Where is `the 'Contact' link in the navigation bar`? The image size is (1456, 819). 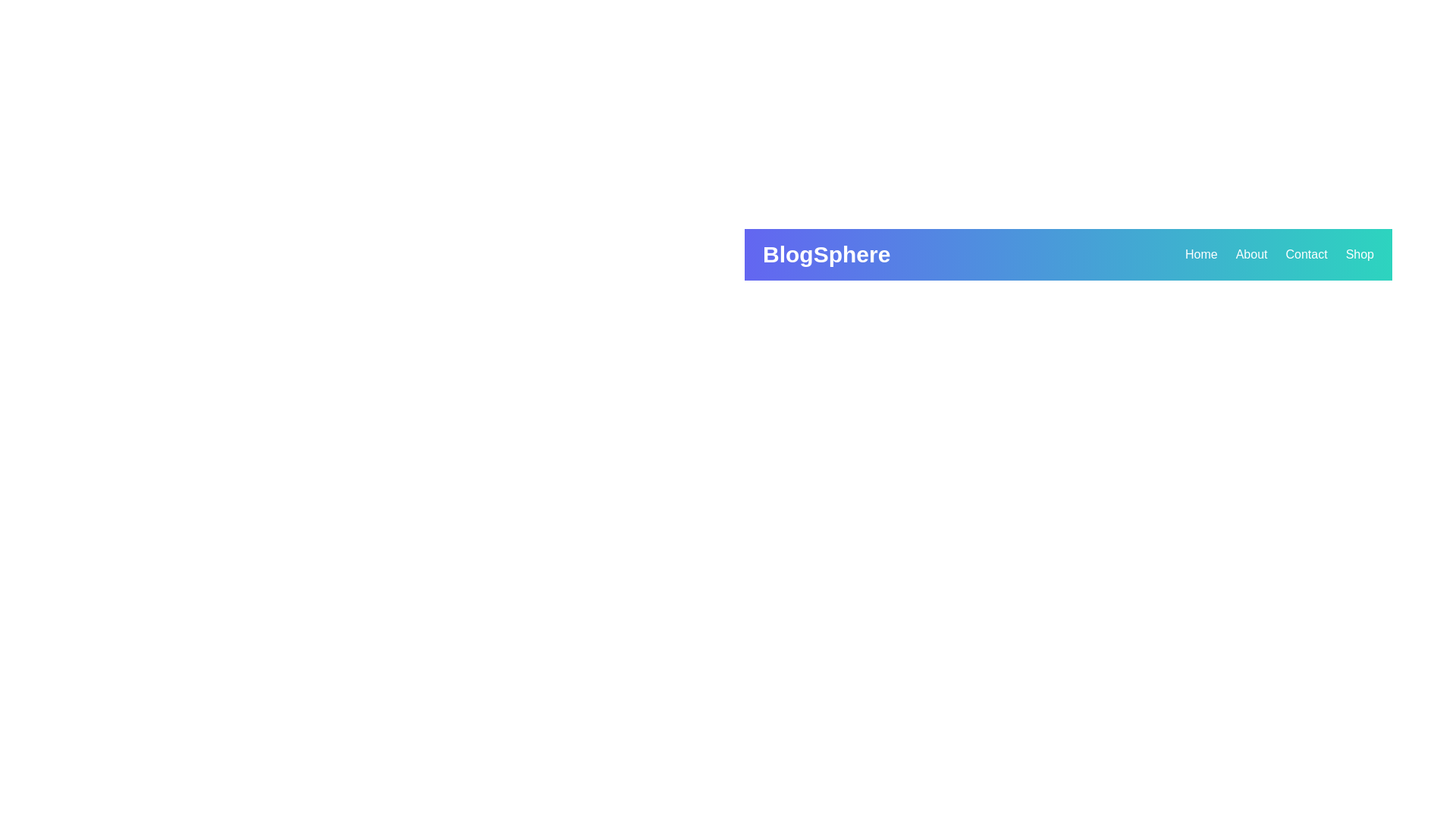
the 'Contact' link in the navigation bar is located at coordinates (1306, 253).